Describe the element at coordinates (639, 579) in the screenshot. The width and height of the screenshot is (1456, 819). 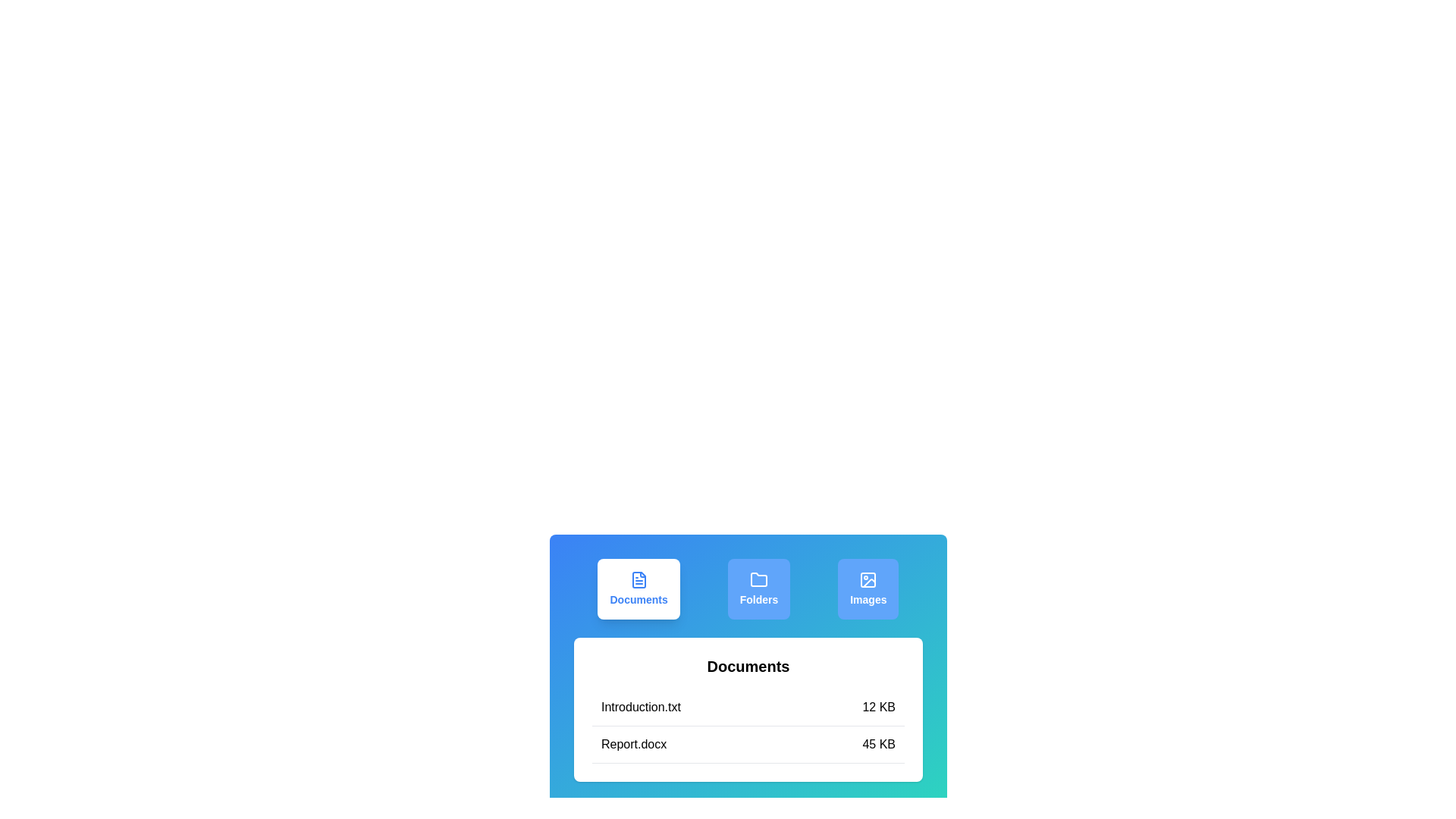
I see `the document icon with a white background and blue border located on the active 'Documents' tab, which is the first icon in a row of three icons` at that location.